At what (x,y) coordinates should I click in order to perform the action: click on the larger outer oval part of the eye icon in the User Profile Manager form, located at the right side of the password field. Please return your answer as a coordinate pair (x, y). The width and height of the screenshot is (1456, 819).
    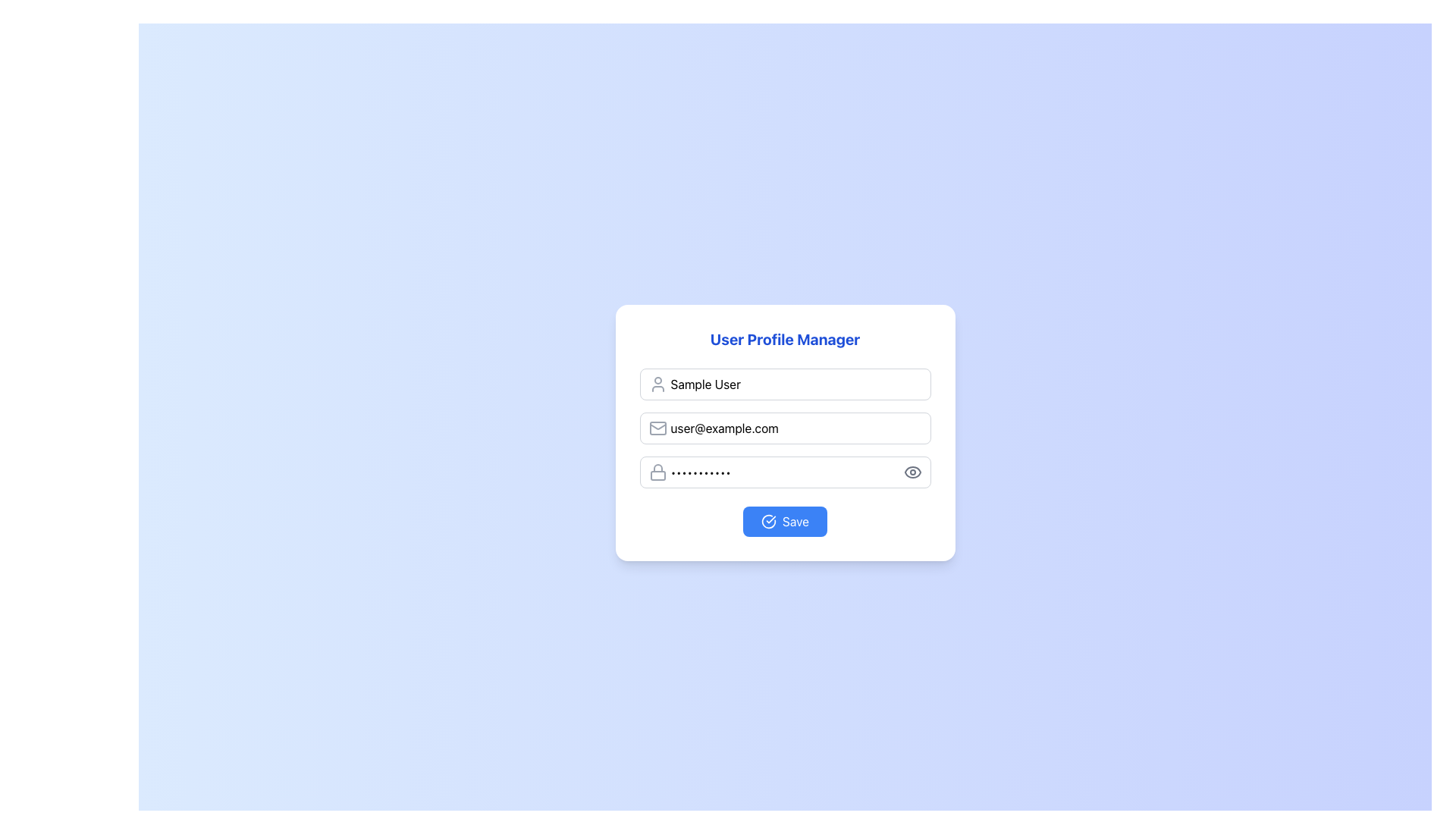
    Looking at the image, I should click on (912, 472).